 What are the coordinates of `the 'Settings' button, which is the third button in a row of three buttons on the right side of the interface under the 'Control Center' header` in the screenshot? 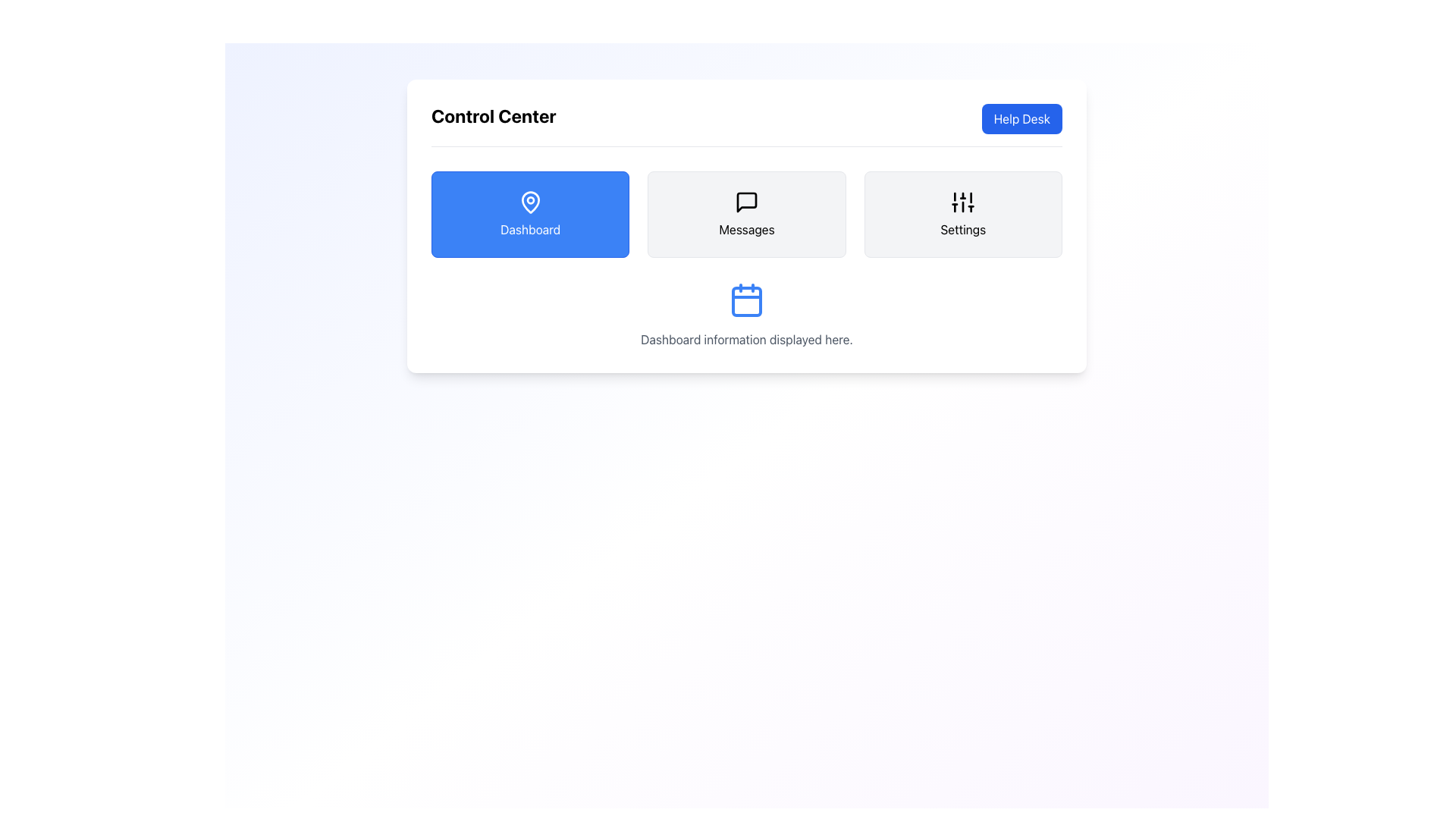 It's located at (962, 214).